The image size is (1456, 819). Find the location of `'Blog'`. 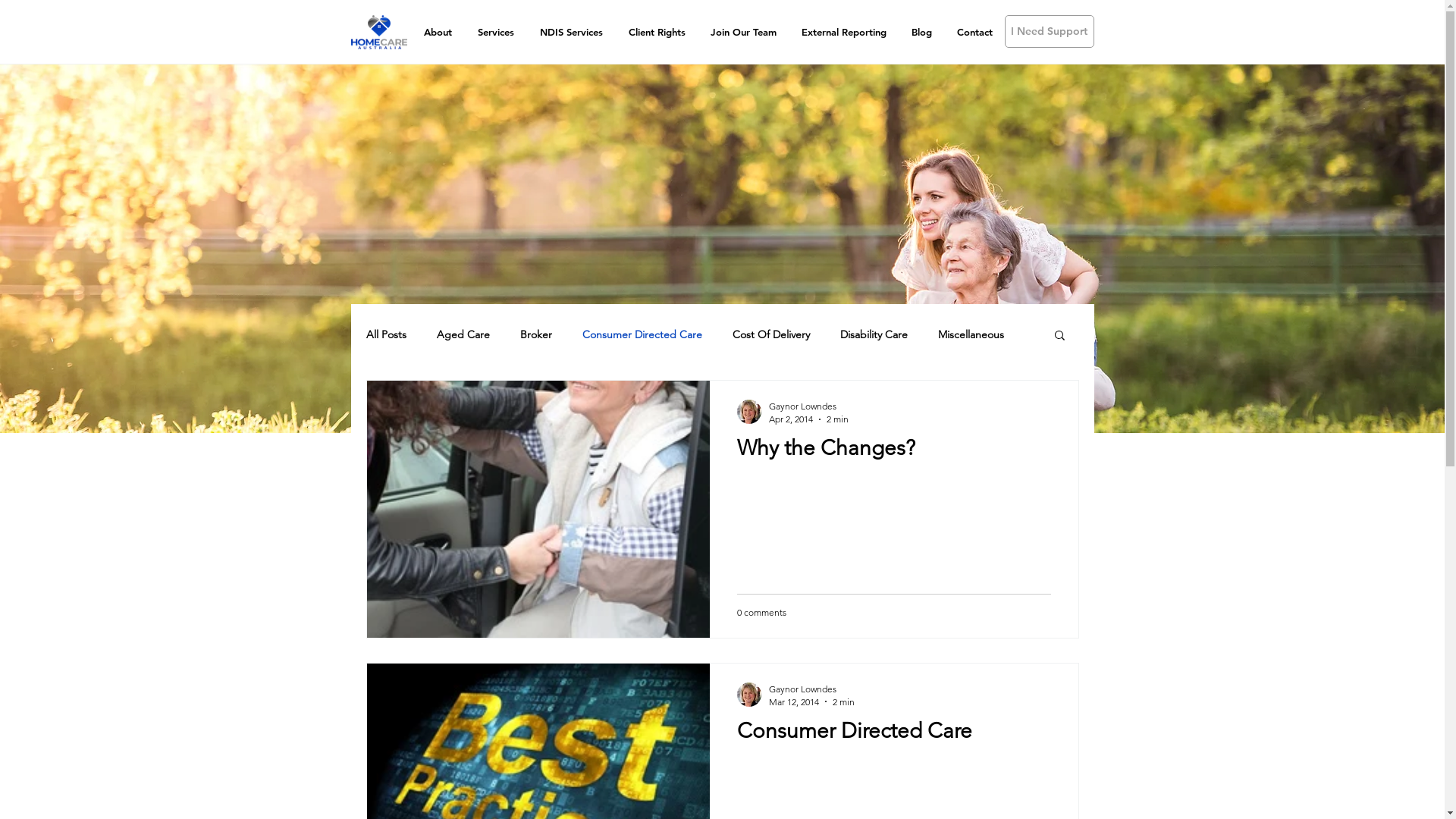

'Blog' is located at coordinates (921, 32).